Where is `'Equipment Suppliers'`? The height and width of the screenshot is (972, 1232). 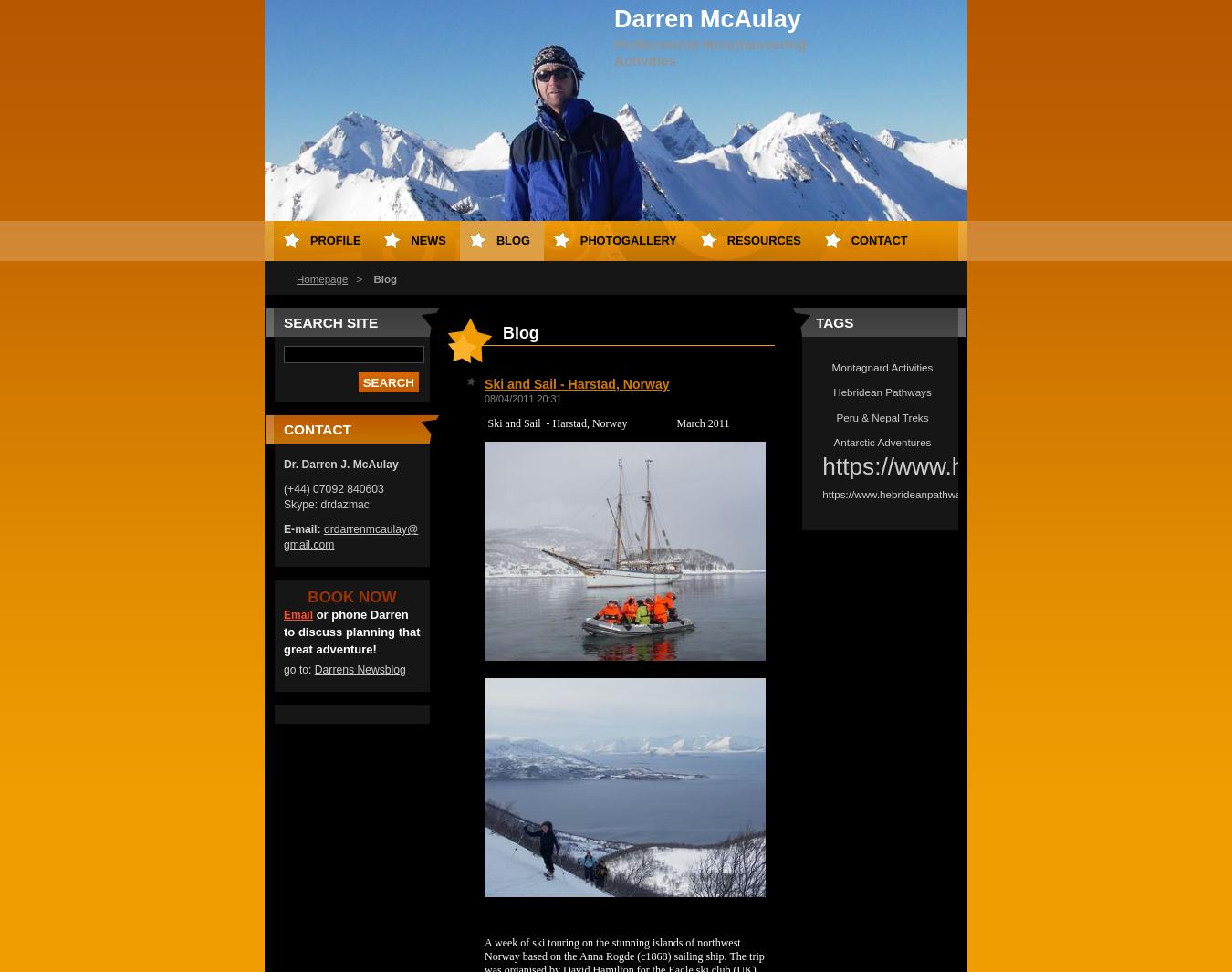
'Equipment Suppliers' is located at coordinates (706, 325).